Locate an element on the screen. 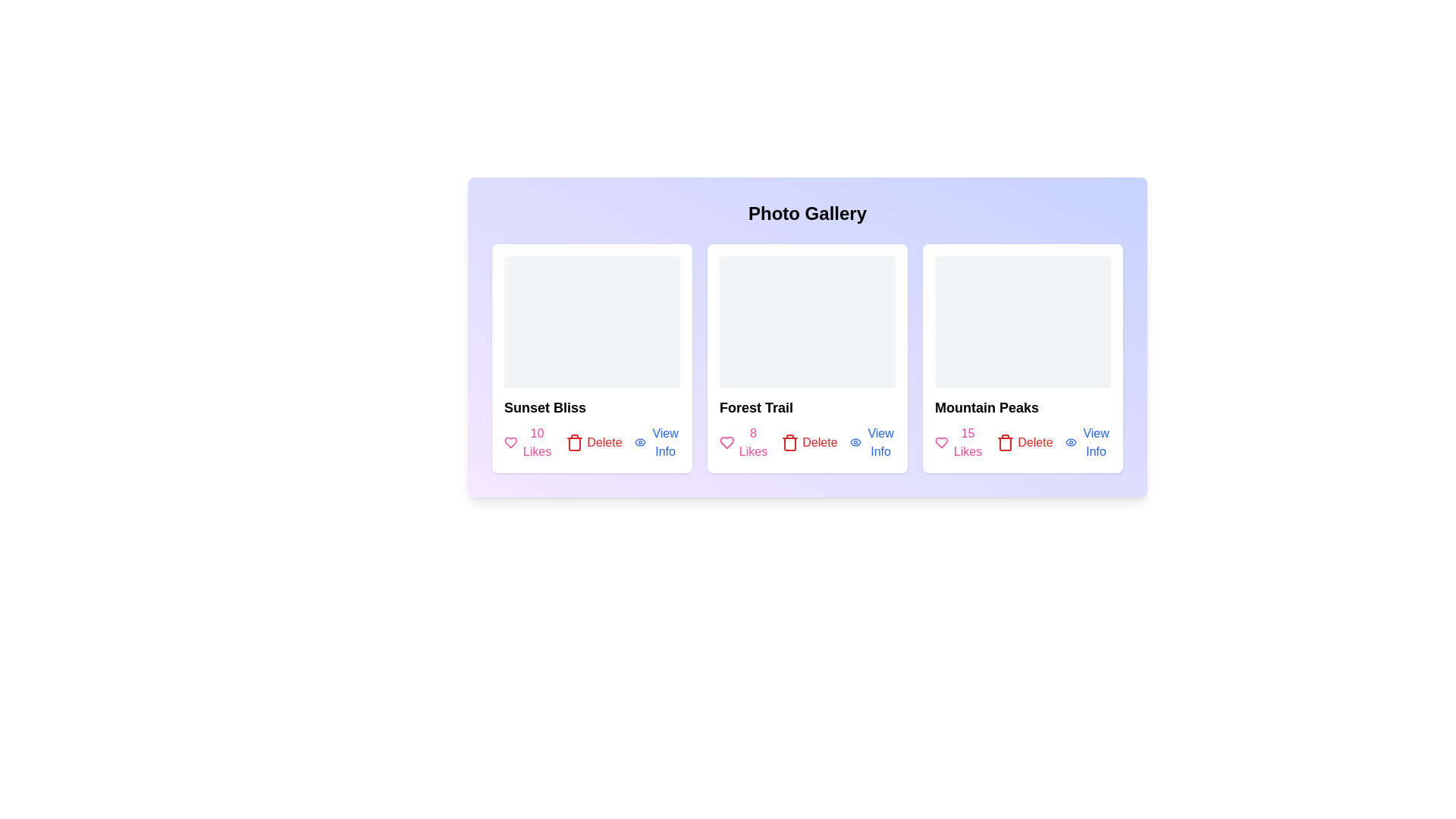 The width and height of the screenshot is (1456, 819). the title of the photo Mountain Peaks is located at coordinates (986, 406).